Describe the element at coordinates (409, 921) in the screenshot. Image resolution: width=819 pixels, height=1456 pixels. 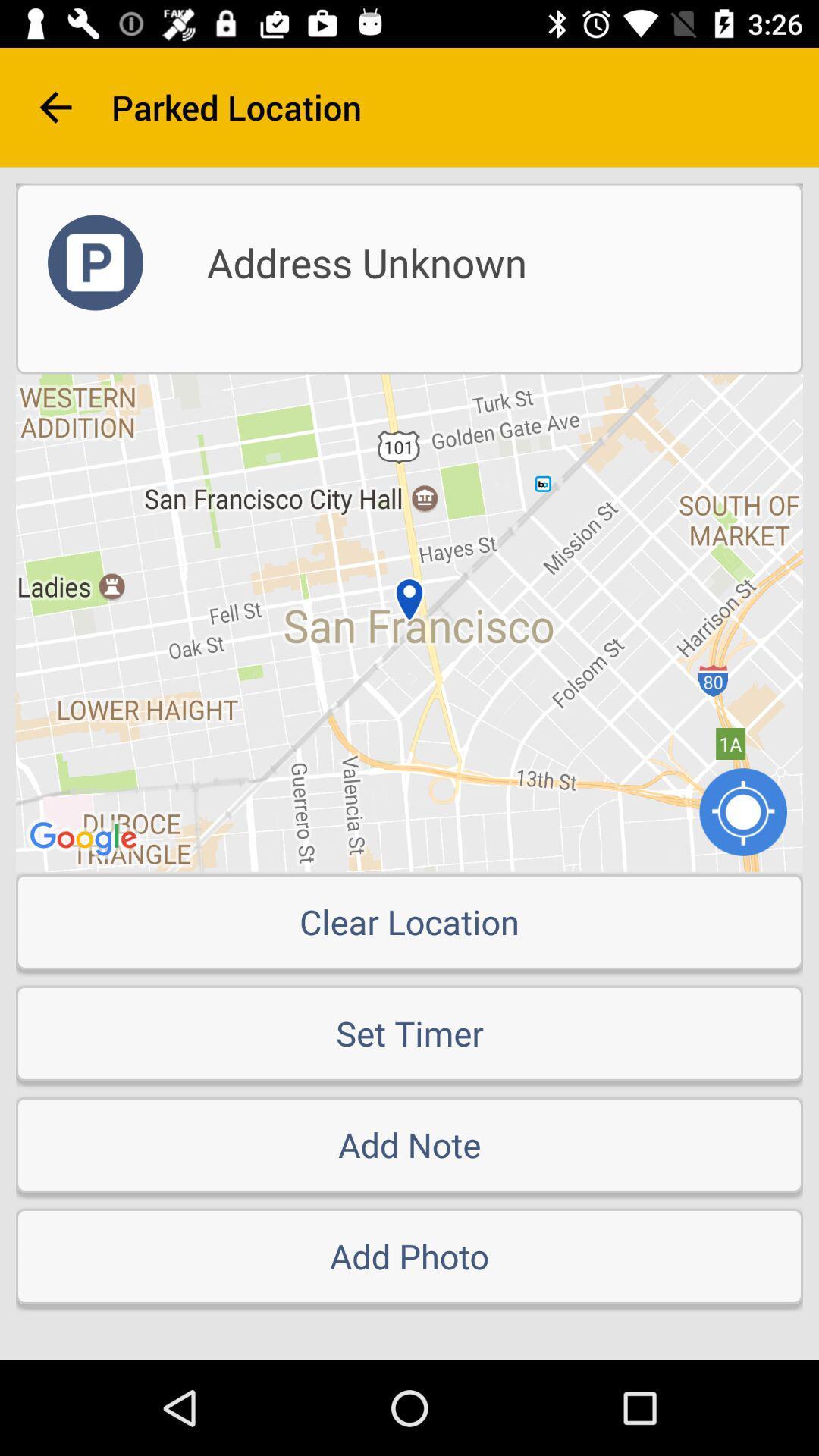
I see `clear location` at that location.